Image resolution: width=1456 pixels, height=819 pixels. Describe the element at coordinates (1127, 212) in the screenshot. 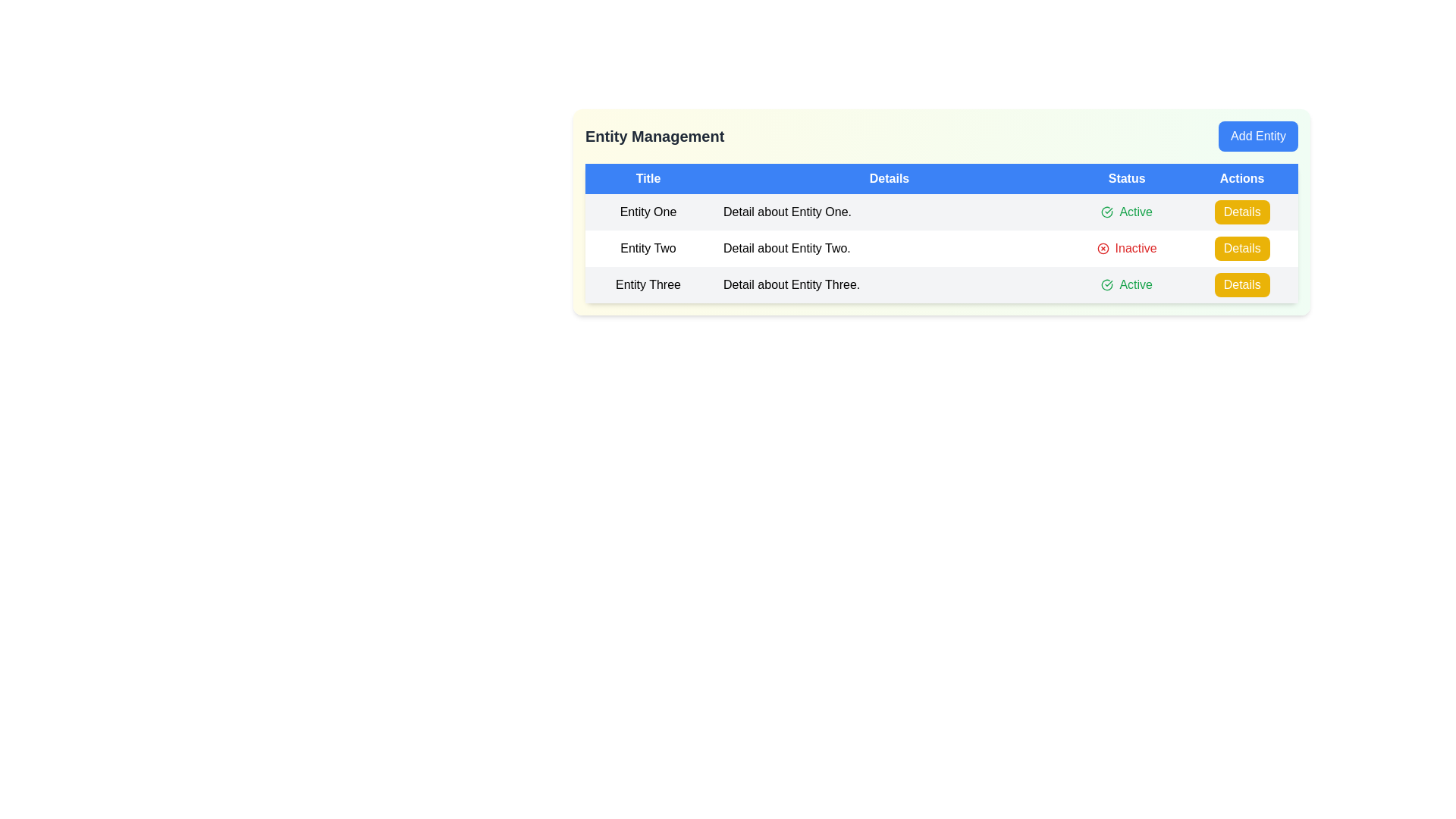

I see `the 'Active' status text label in the first row of the table under the 'Status' column, adjacent to the 'Details' button for 'Entity One'` at that location.